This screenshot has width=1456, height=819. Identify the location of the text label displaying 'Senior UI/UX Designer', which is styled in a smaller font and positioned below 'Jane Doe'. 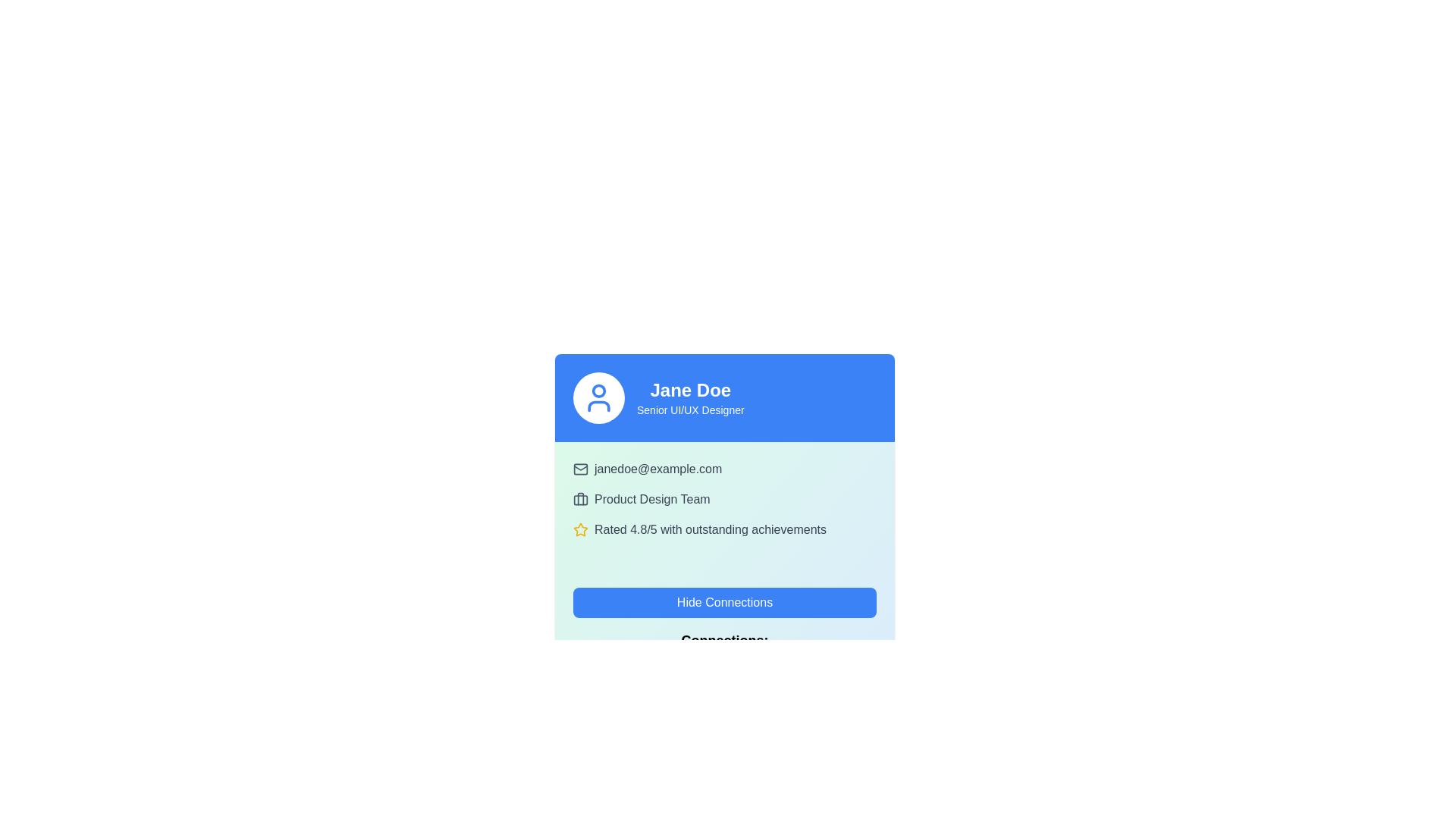
(689, 409).